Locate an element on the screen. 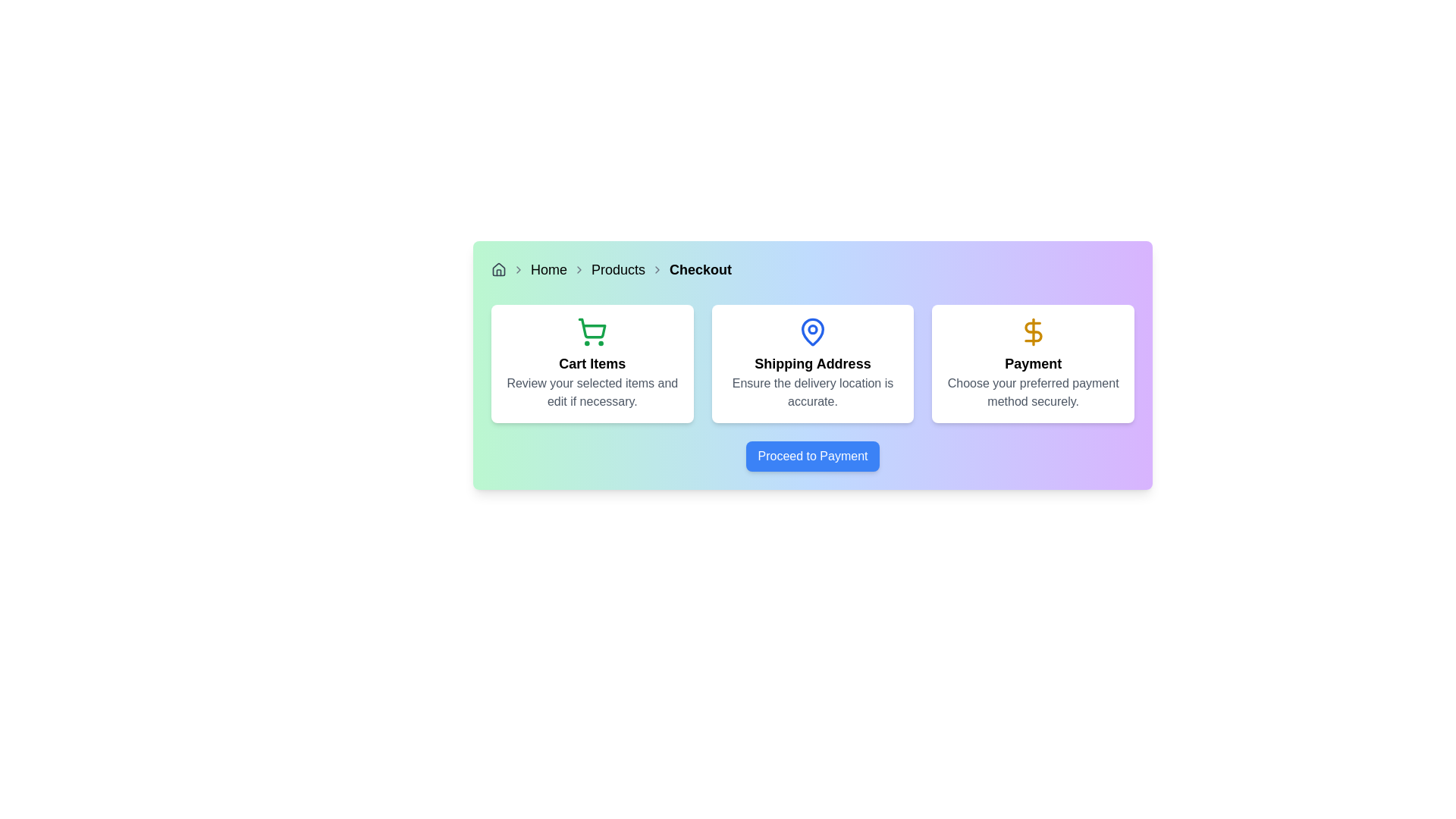  the shopping cart icon located in the 'Cart Items' section, which is centrally placed within the leftmost white card on the interface is located at coordinates (591, 331).